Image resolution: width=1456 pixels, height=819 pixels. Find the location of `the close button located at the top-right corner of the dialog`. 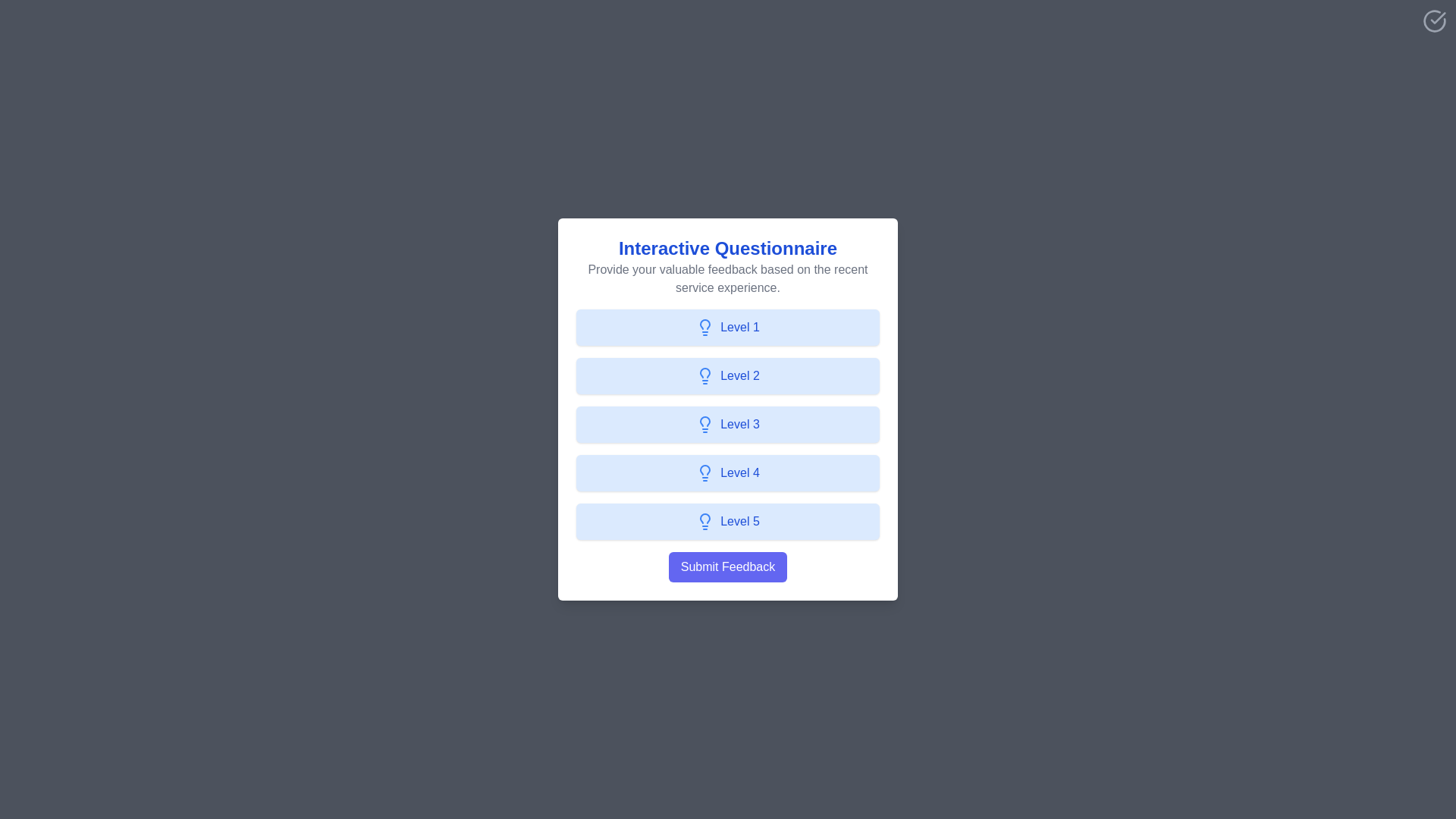

the close button located at the top-right corner of the dialog is located at coordinates (1433, 20).